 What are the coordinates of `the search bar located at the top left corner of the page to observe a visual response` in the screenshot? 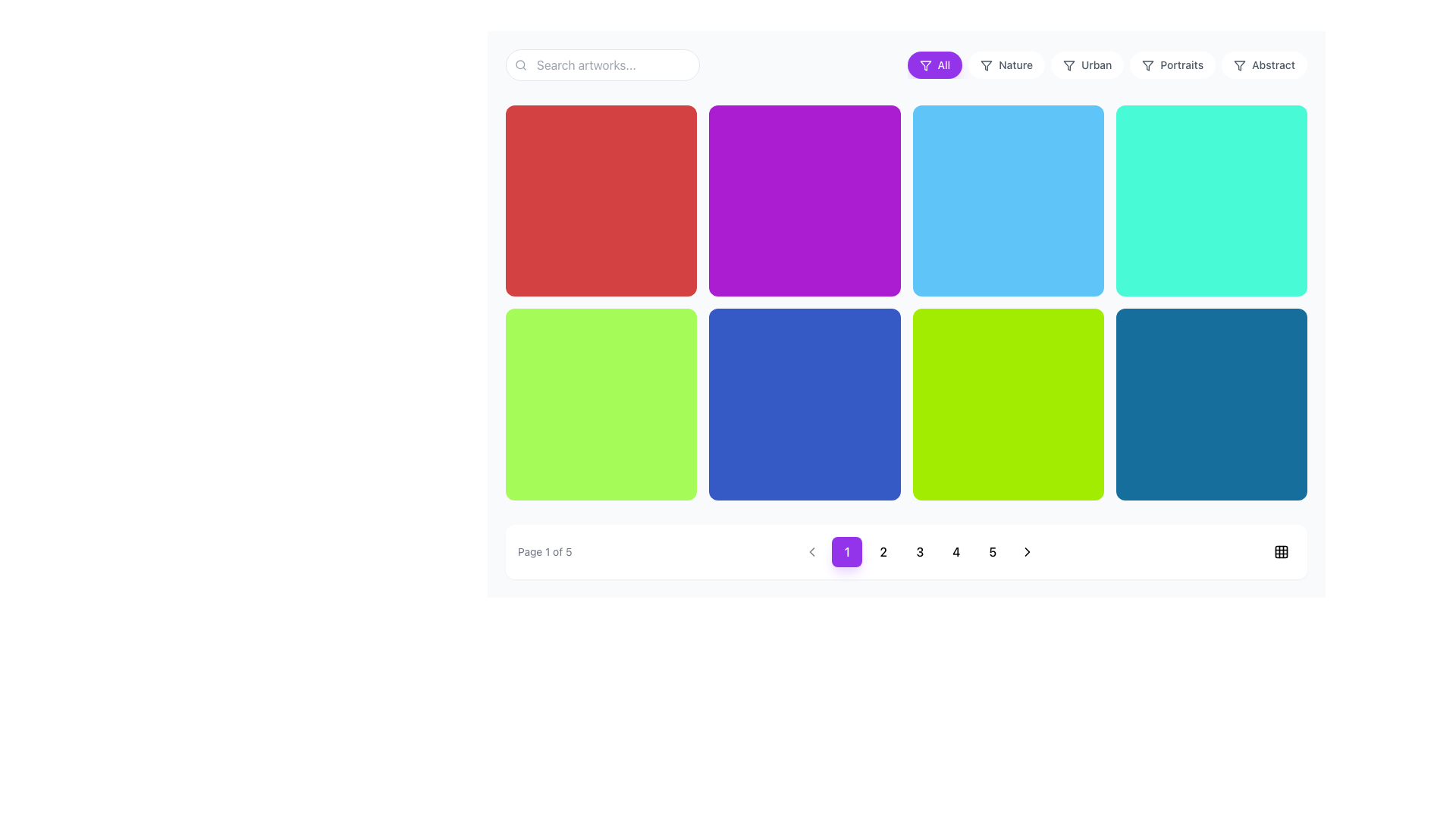 It's located at (602, 64).